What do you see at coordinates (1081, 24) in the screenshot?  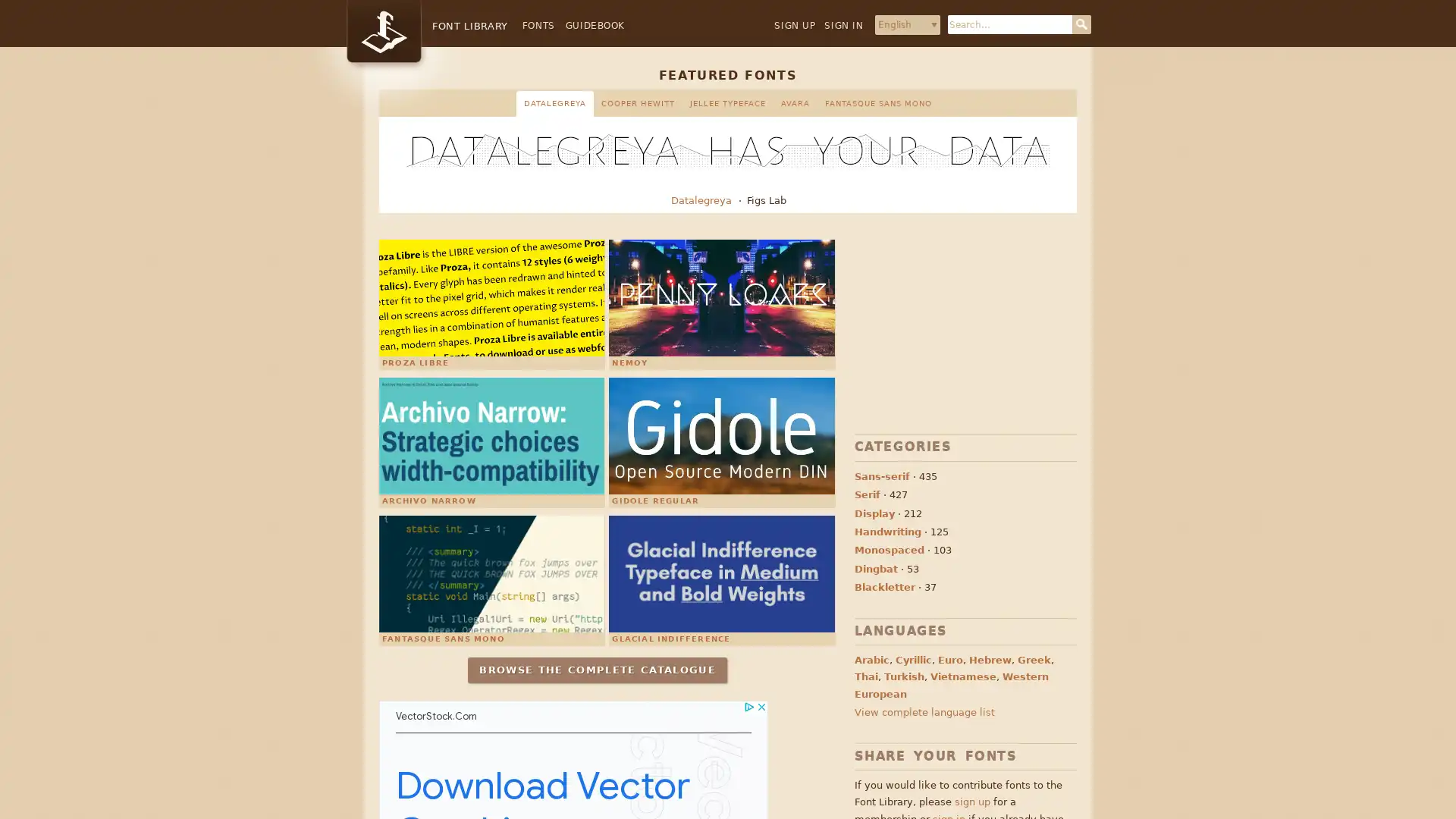 I see `Search` at bounding box center [1081, 24].